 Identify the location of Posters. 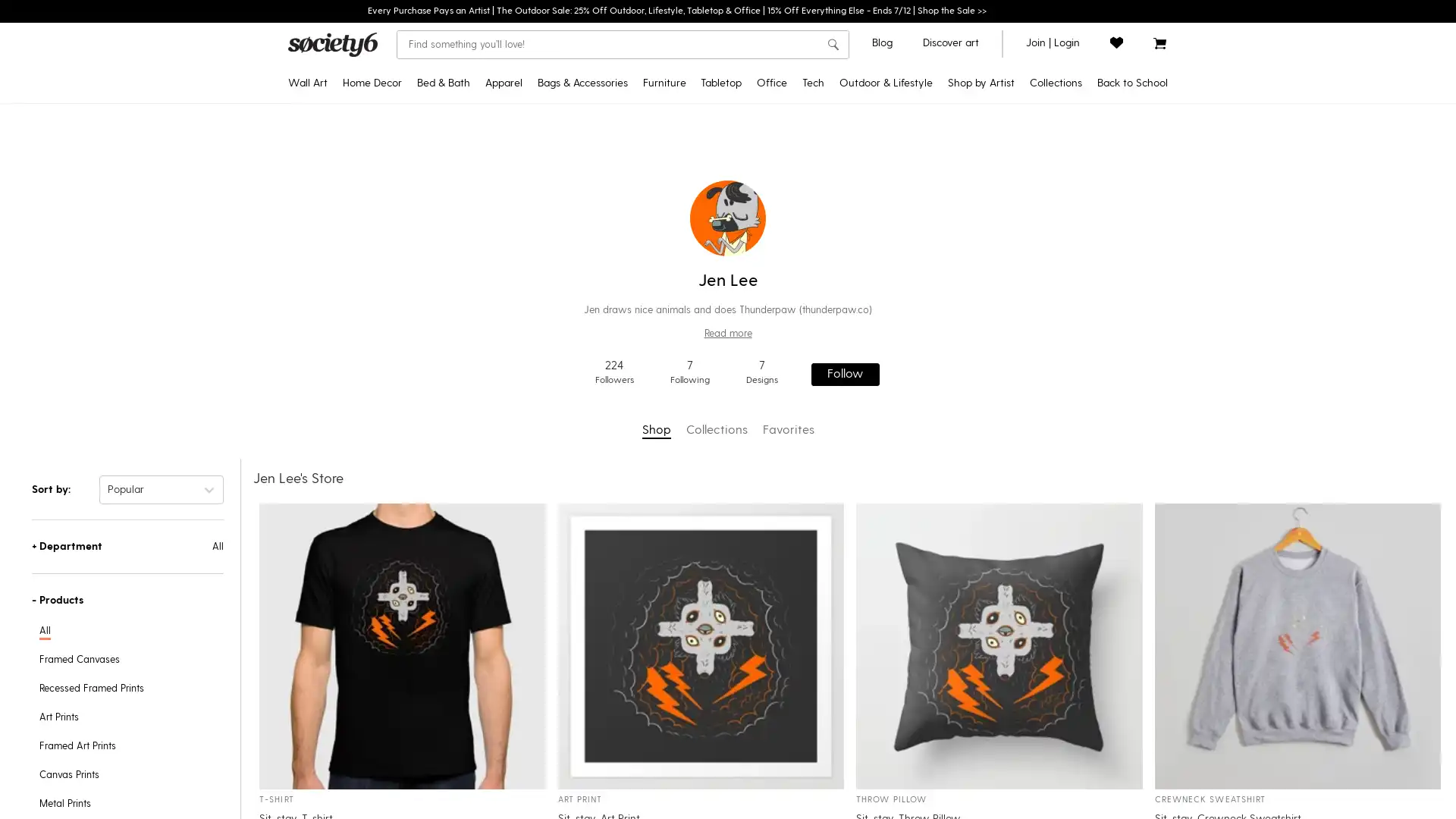
(356, 268).